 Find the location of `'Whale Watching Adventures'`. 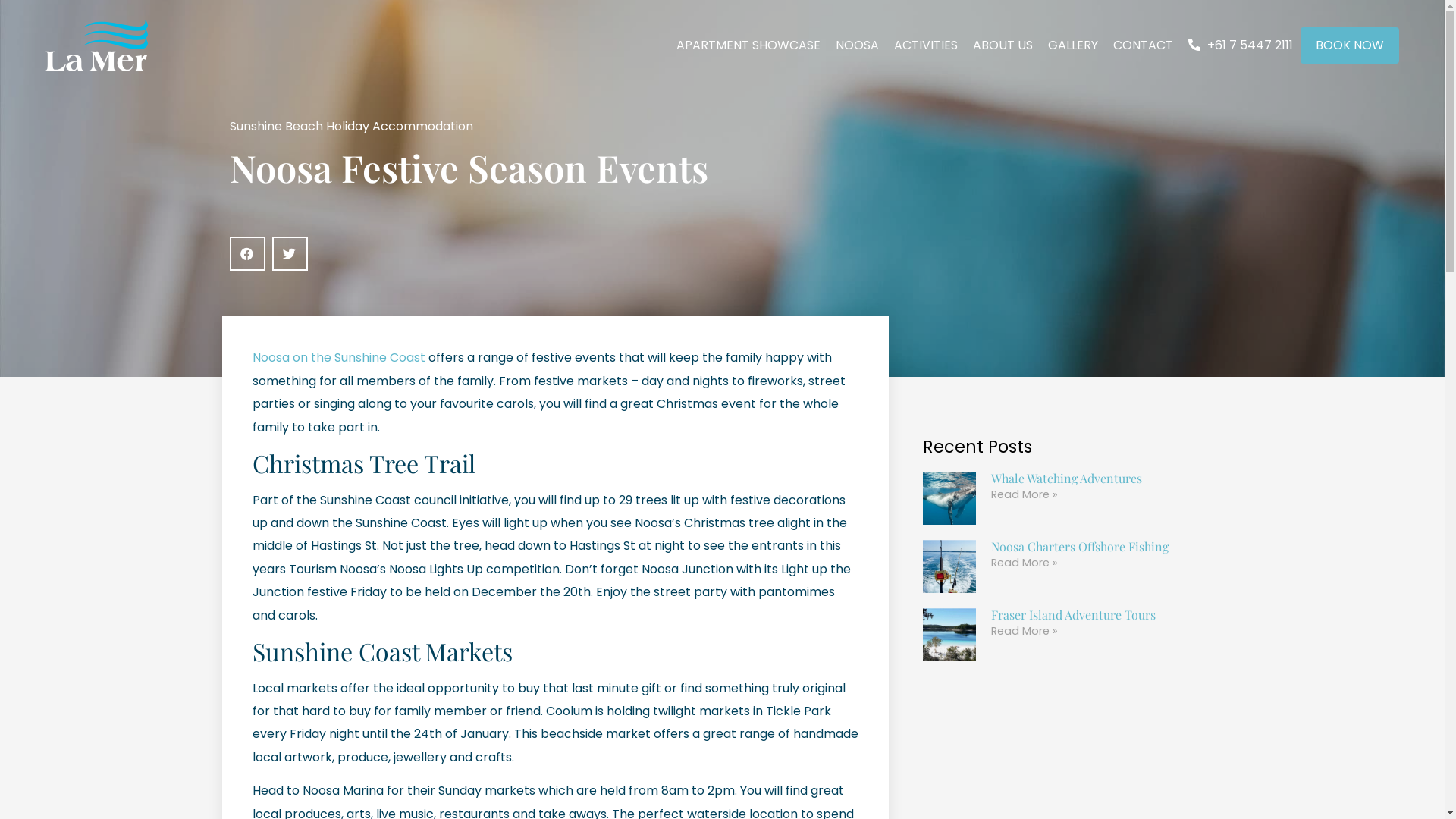

'Whale Watching Adventures' is located at coordinates (1065, 478).